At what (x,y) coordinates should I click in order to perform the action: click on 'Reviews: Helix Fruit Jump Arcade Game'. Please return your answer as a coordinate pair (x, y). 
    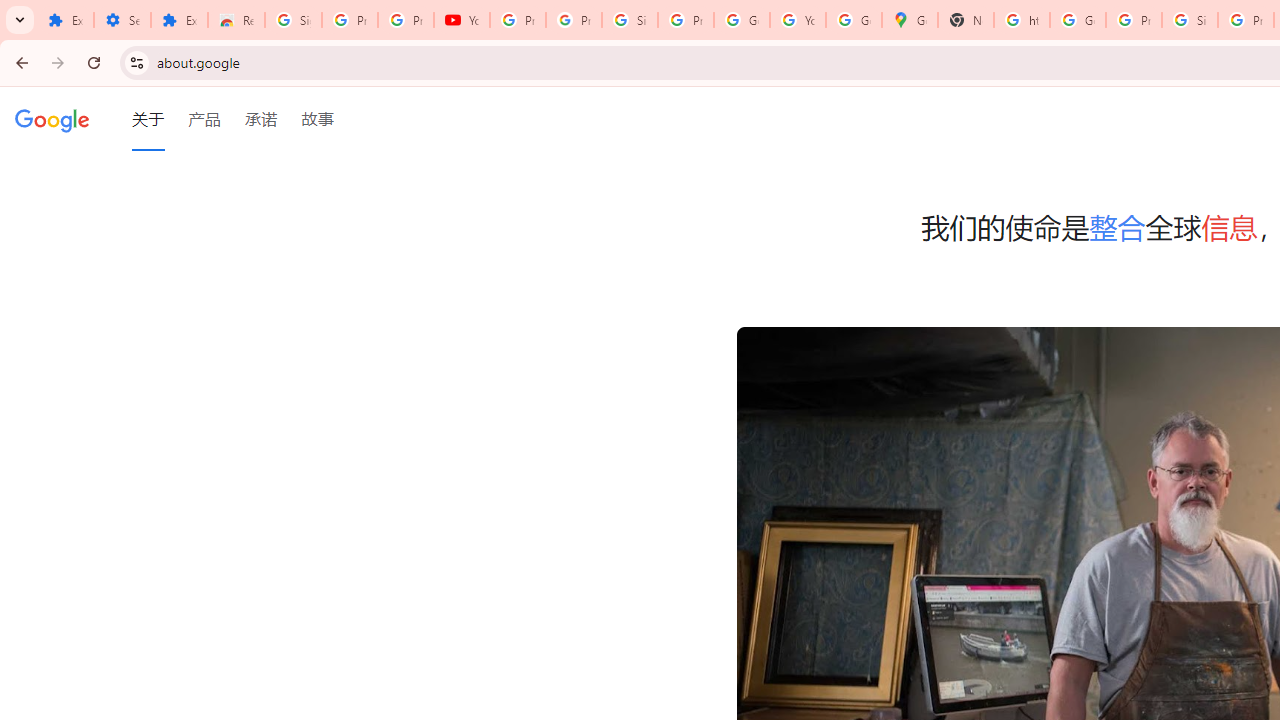
    Looking at the image, I should click on (236, 20).